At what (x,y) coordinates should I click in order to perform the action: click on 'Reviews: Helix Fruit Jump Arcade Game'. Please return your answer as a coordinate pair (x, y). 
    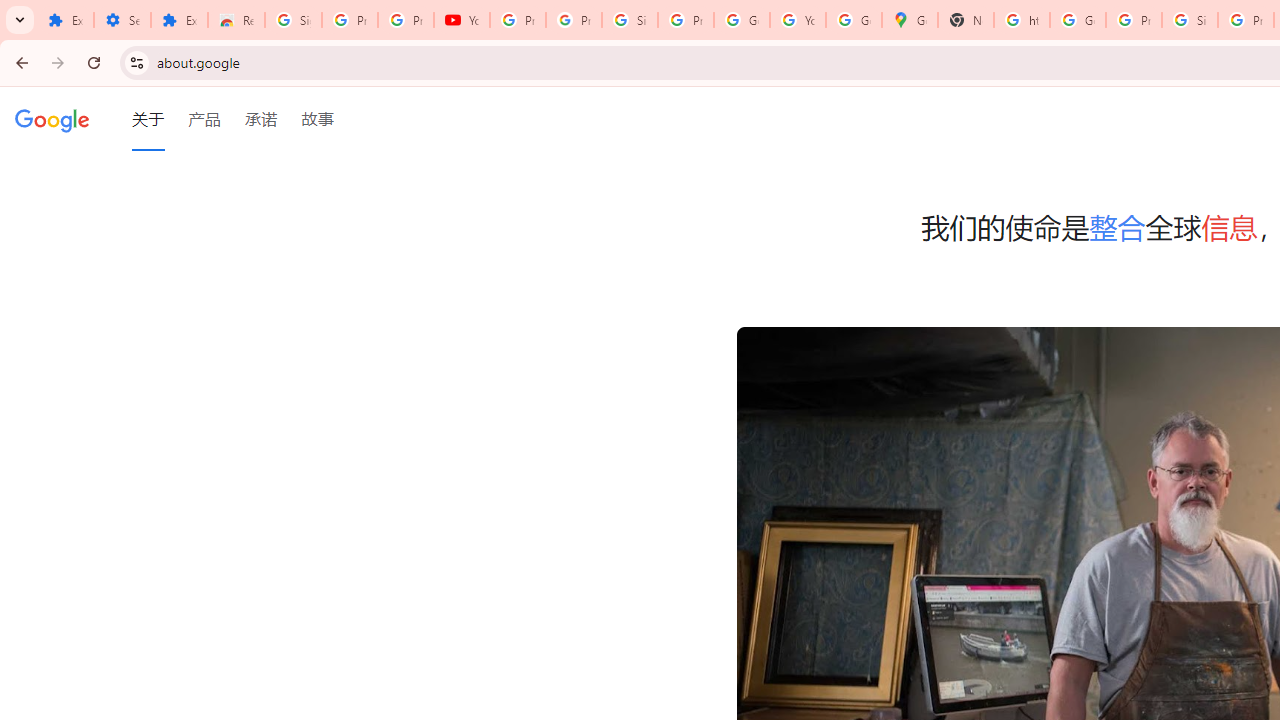
    Looking at the image, I should click on (236, 20).